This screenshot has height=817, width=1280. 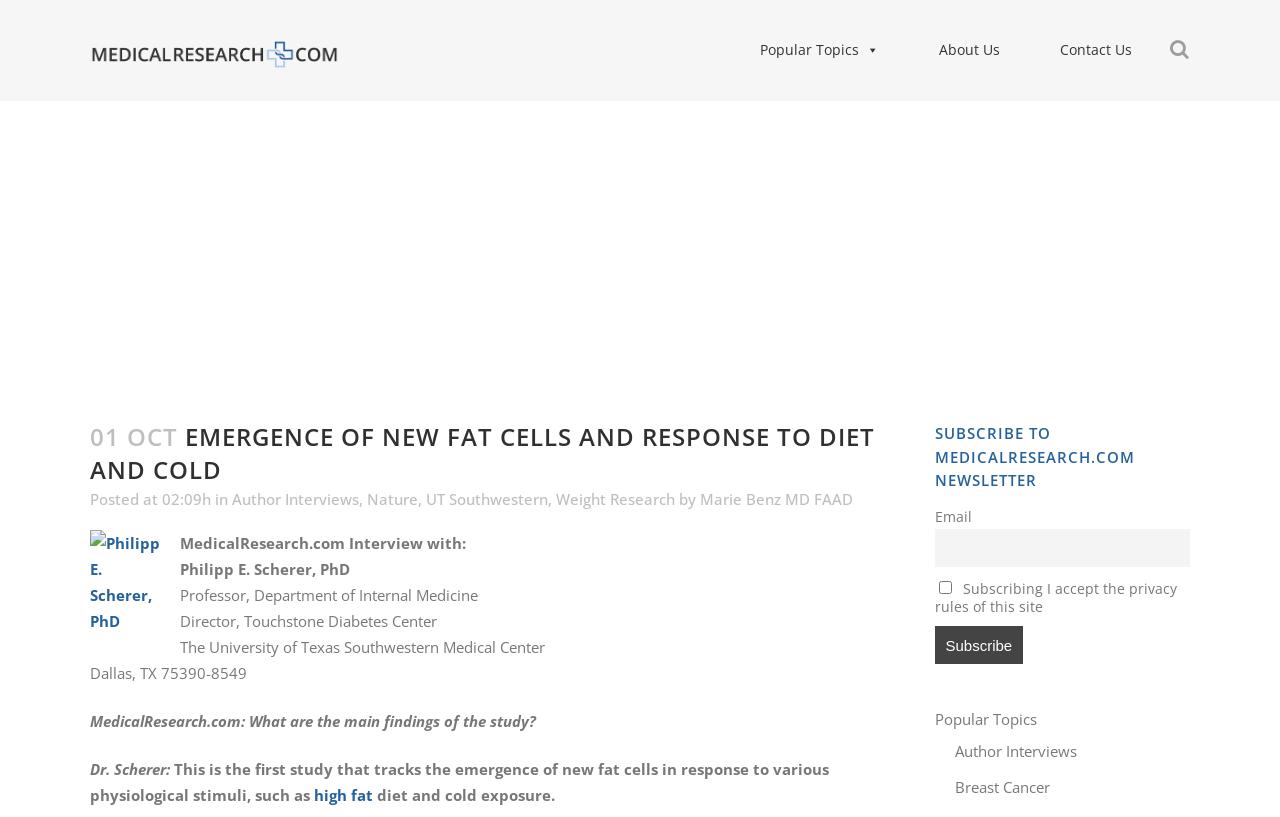 What do you see at coordinates (168, 671) in the screenshot?
I see `'Dallas, TX 75390-8549'` at bounding box center [168, 671].